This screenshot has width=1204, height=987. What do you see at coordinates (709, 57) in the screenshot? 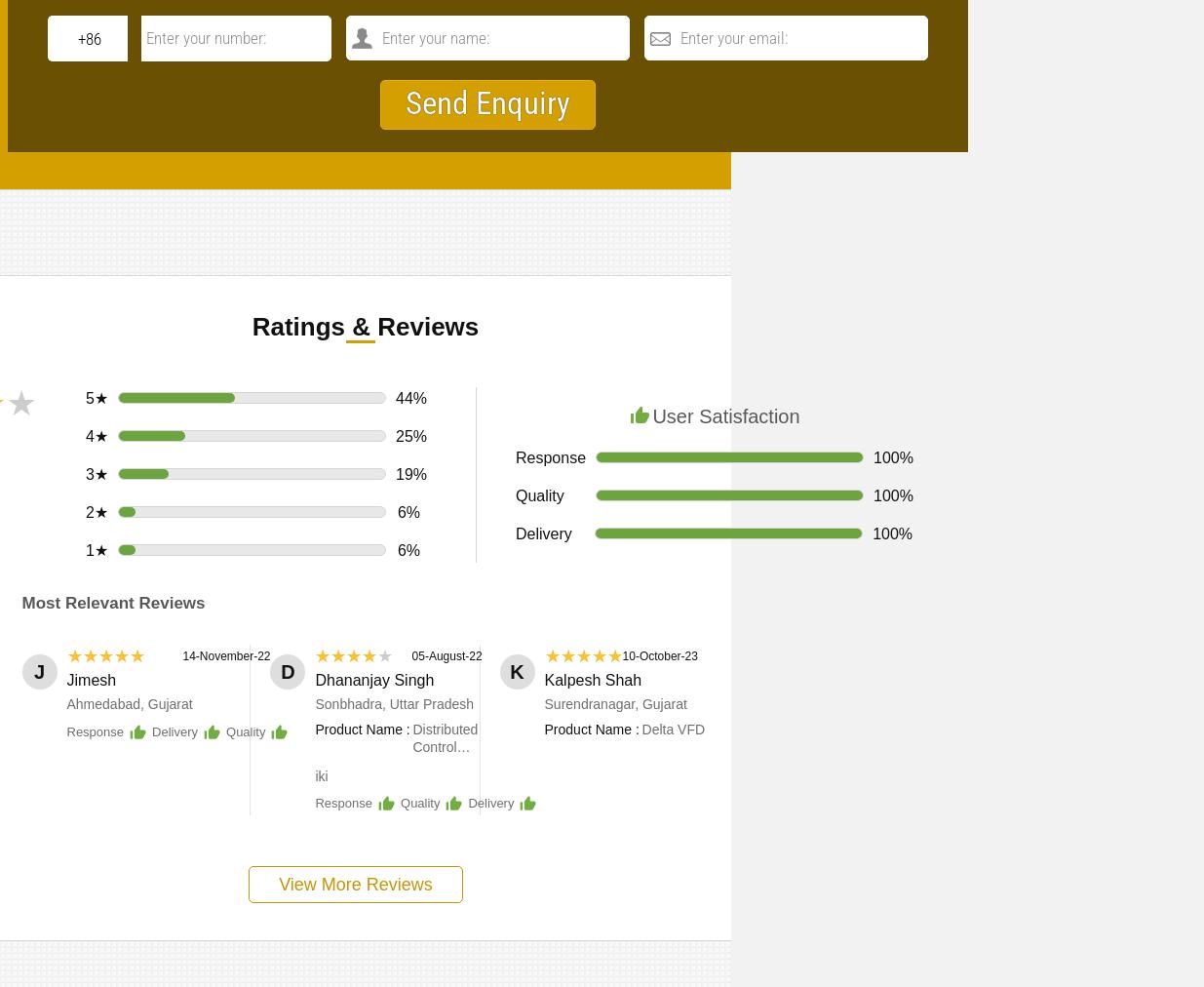
I see `'Additional Information:'` at bounding box center [709, 57].